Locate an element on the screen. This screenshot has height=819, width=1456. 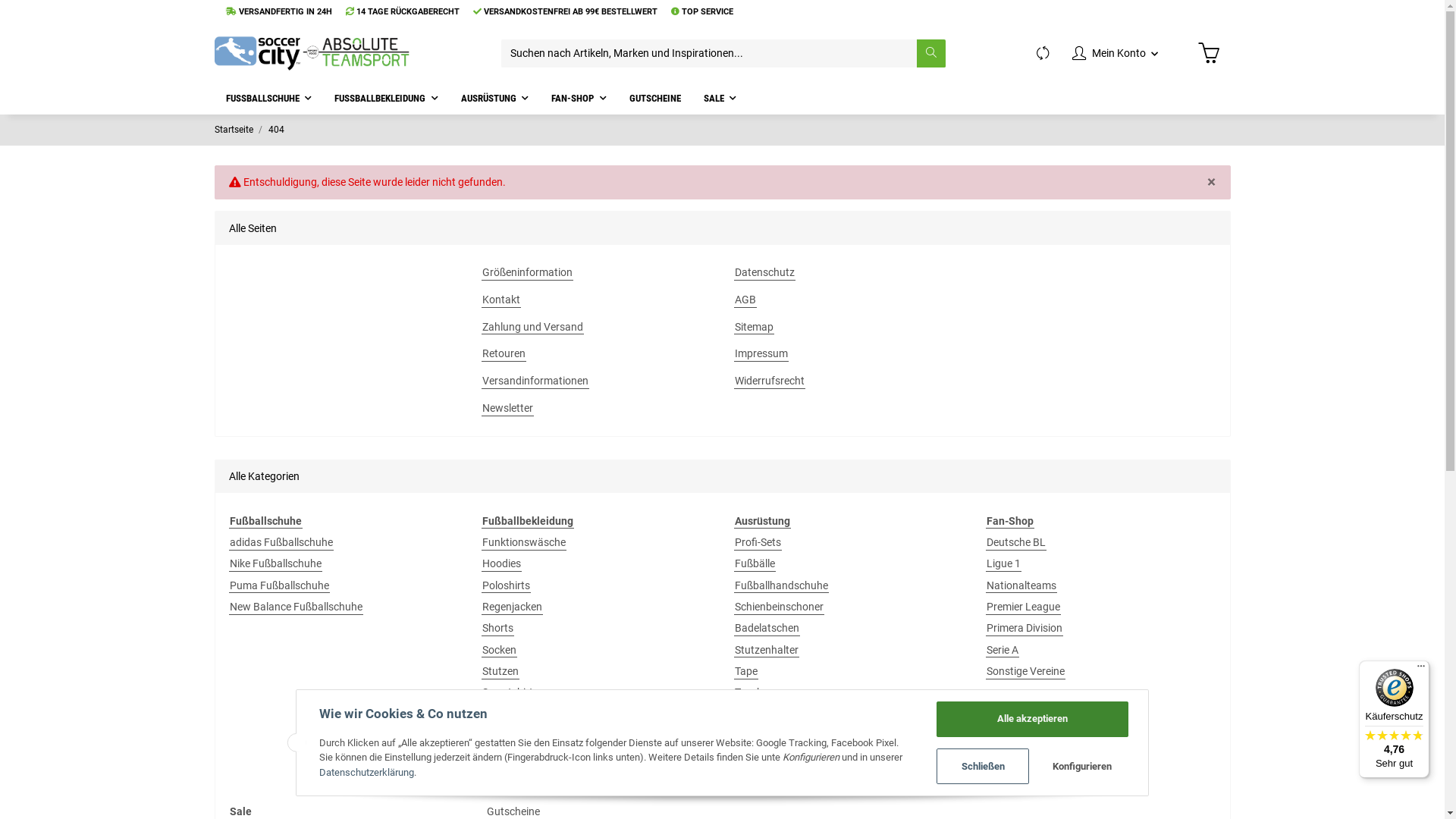
'Deutsche BL' is located at coordinates (1015, 541).